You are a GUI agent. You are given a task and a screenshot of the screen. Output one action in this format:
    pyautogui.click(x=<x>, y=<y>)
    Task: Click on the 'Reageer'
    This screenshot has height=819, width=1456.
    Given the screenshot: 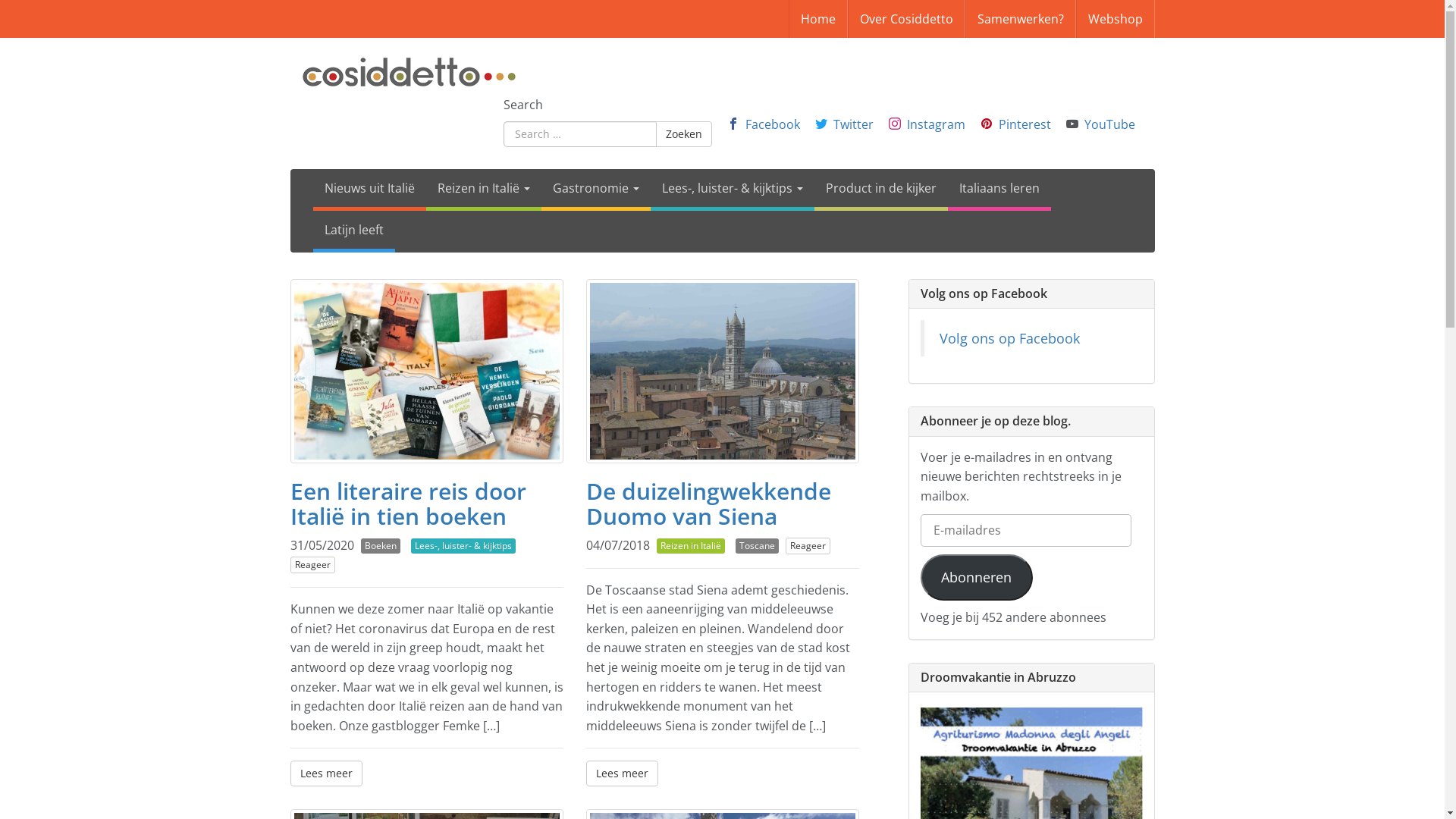 What is the action you would take?
    pyautogui.click(x=290, y=564)
    